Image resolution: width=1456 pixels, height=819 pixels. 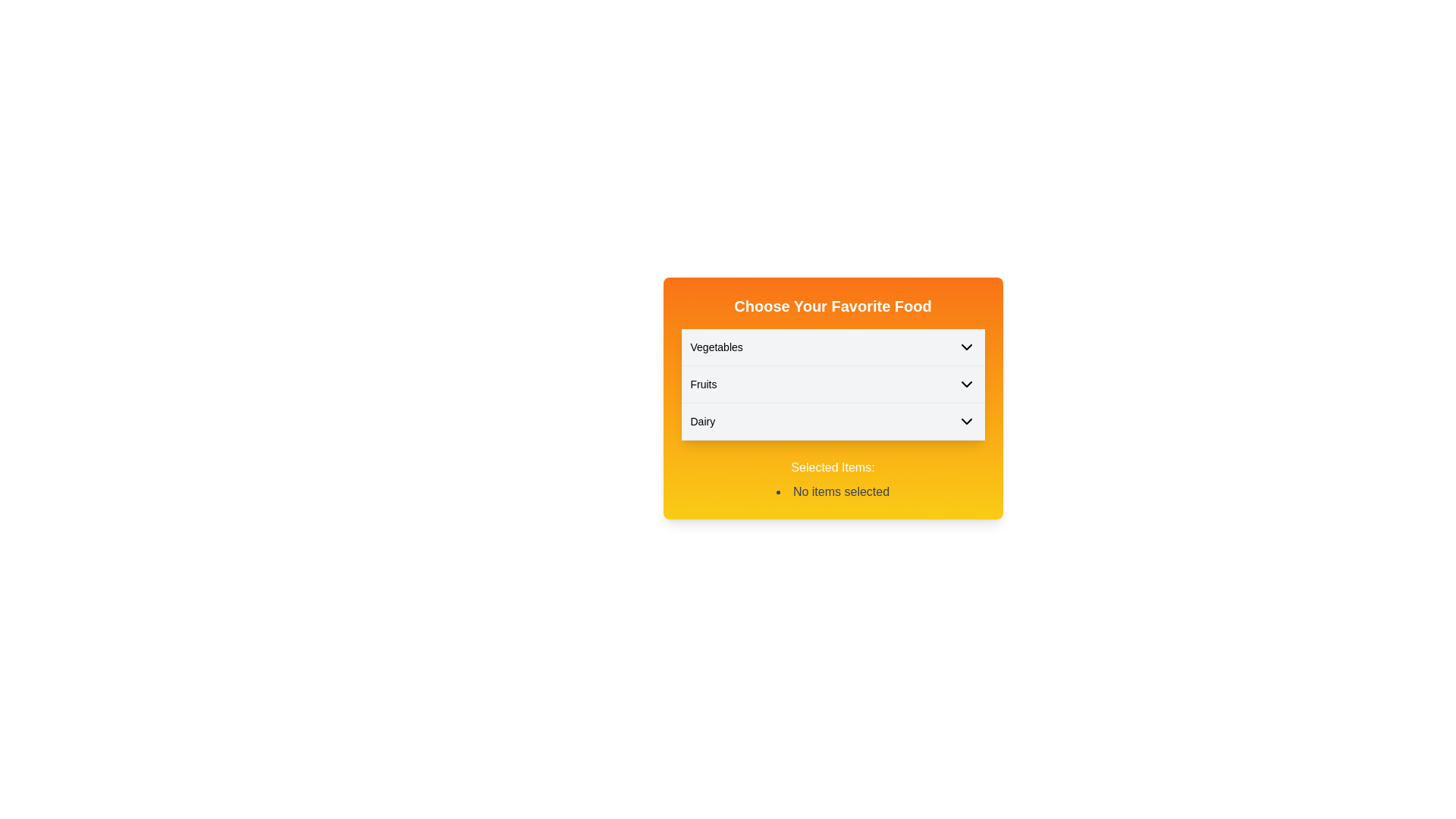 I want to click on the Text label that indicates 'Selected Items:' which is located above the list item 'No items selected.', so click(x=832, y=467).